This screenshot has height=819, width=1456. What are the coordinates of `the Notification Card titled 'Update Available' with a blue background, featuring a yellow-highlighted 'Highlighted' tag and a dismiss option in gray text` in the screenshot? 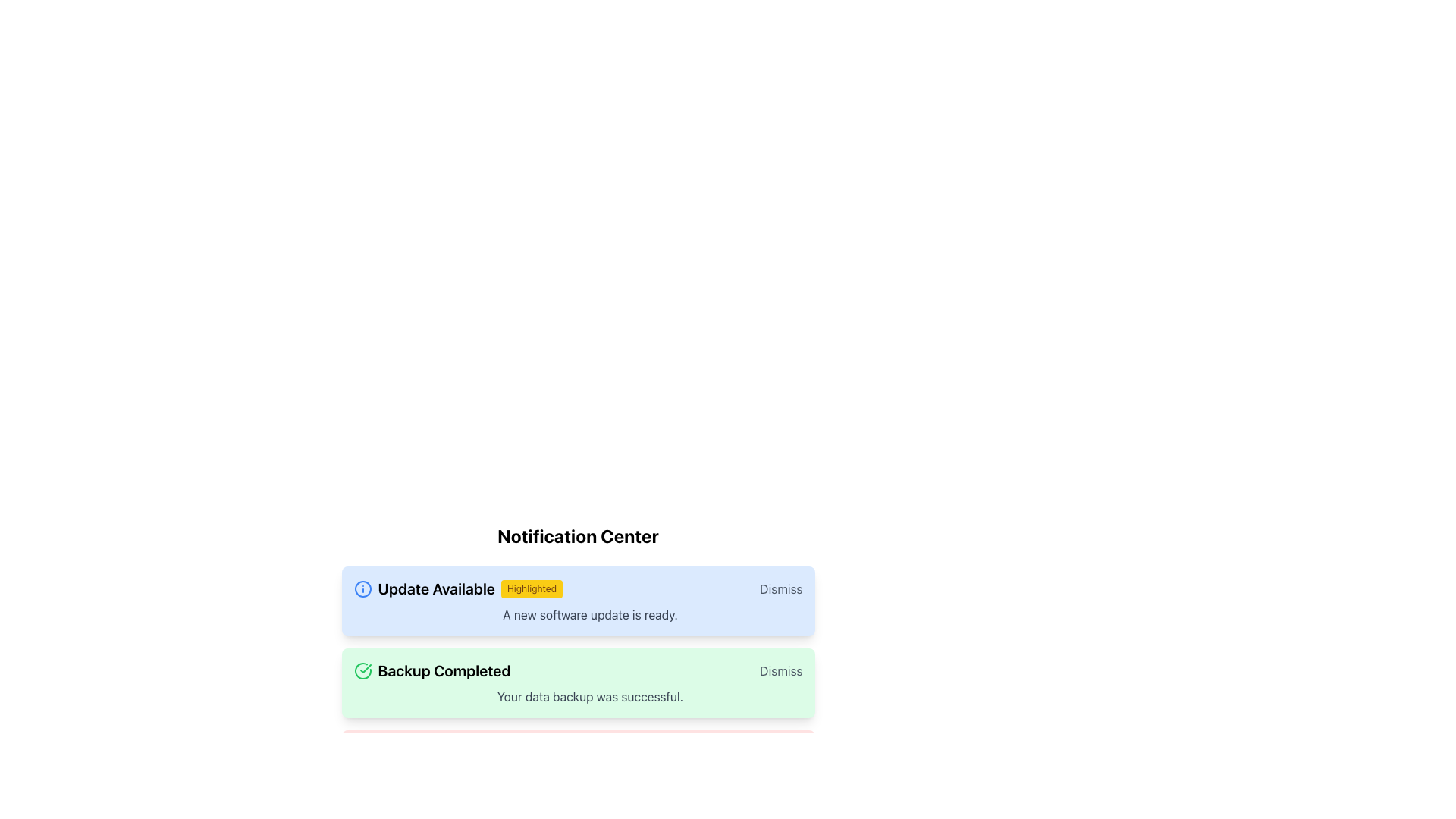 It's located at (577, 609).